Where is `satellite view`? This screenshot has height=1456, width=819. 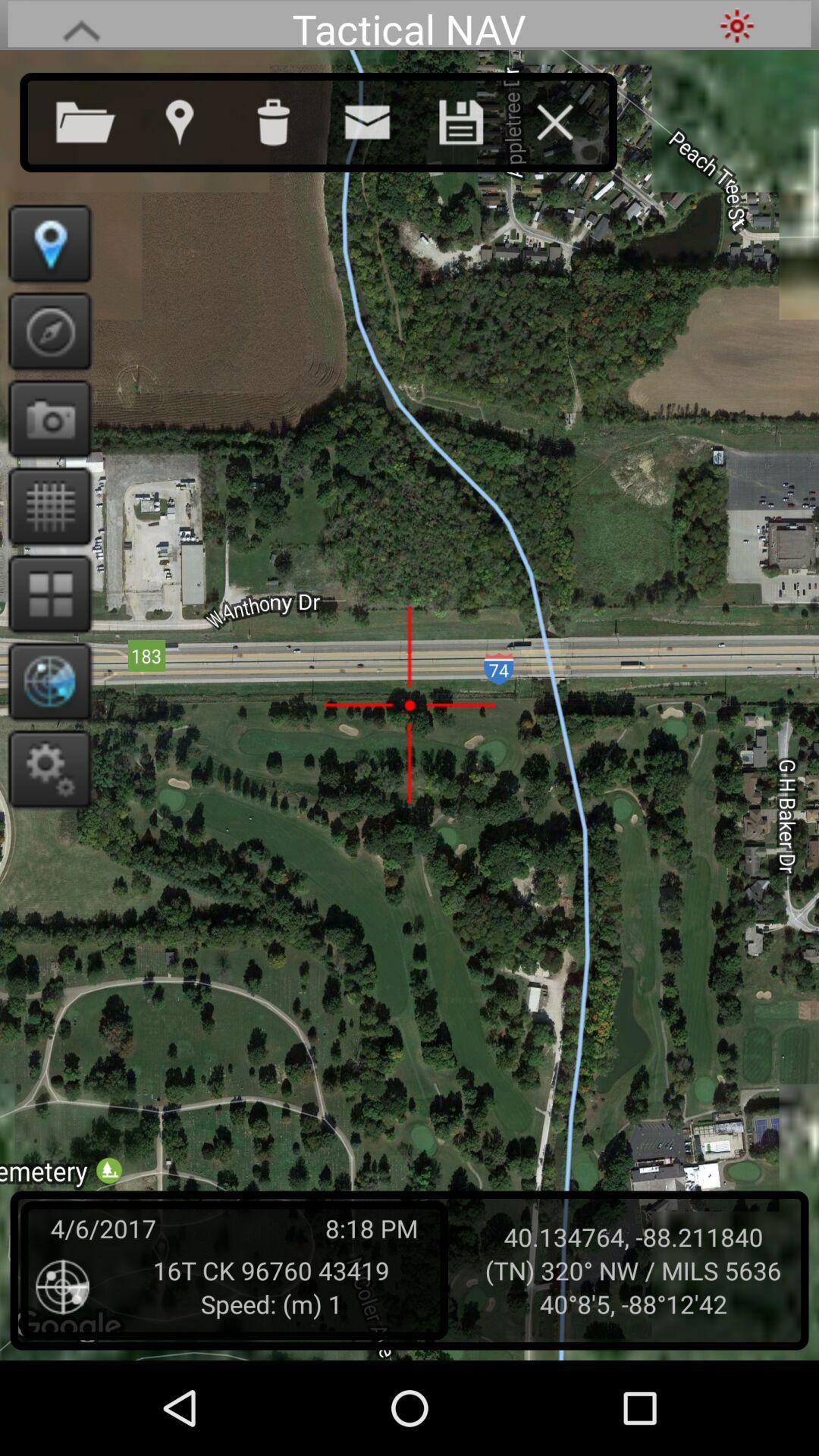 satellite view is located at coordinates (44, 680).